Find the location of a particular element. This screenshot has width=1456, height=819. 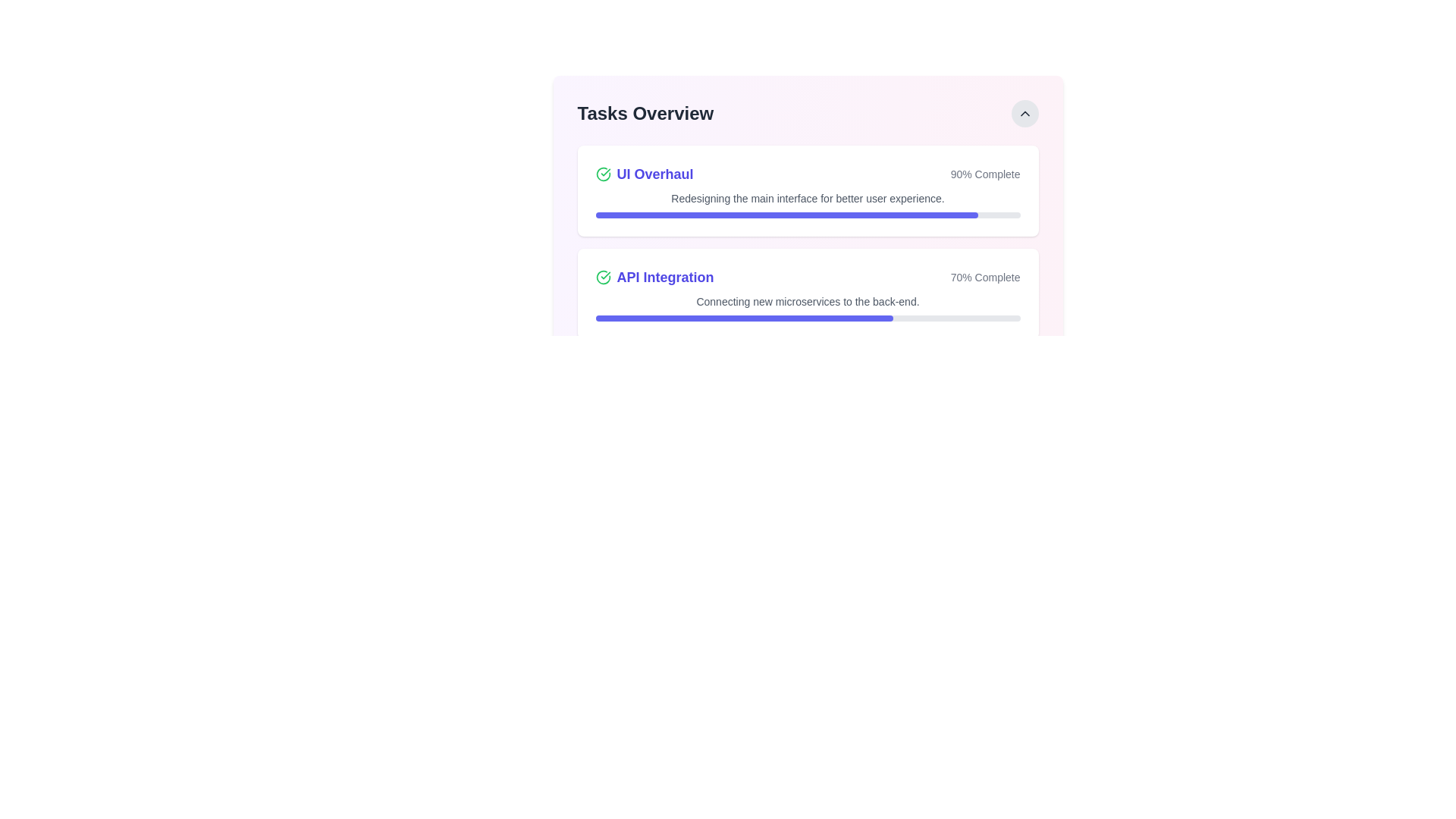

the circular green outline icon with a checkmark indicating a completed status, located to the left of the 'API Integration' text in the 'Tasks Overview' section is located at coordinates (602, 278).